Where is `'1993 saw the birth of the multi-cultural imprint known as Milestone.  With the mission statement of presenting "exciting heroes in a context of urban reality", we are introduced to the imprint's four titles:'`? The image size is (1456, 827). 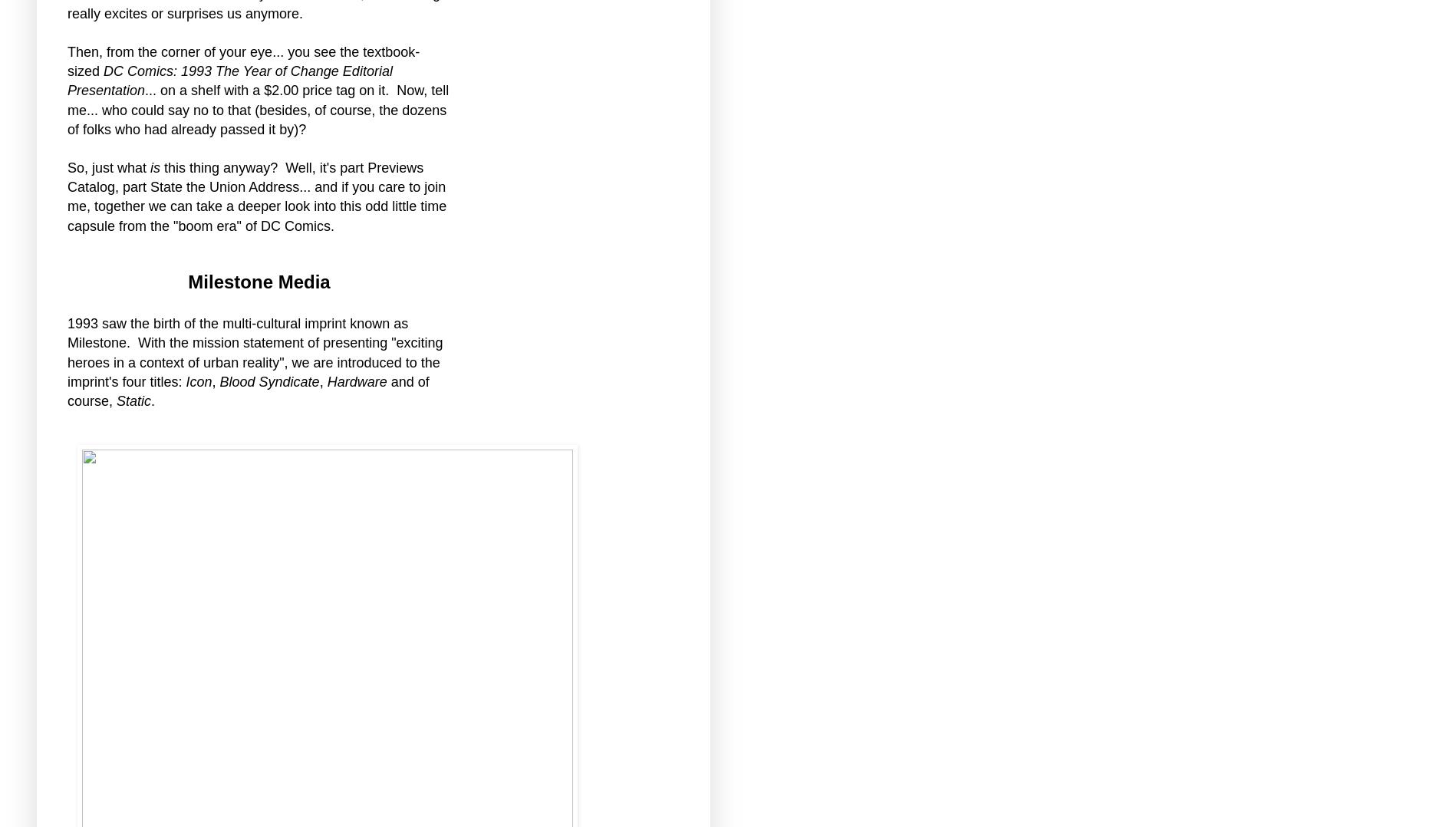
'1993 saw the birth of the multi-cultural imprint known as Milestone.  With the mission statement of presenting "exciting heroes in a context of urban reality", we are introduced to the imprint's four titles:' is located at coordinates (255, 352).